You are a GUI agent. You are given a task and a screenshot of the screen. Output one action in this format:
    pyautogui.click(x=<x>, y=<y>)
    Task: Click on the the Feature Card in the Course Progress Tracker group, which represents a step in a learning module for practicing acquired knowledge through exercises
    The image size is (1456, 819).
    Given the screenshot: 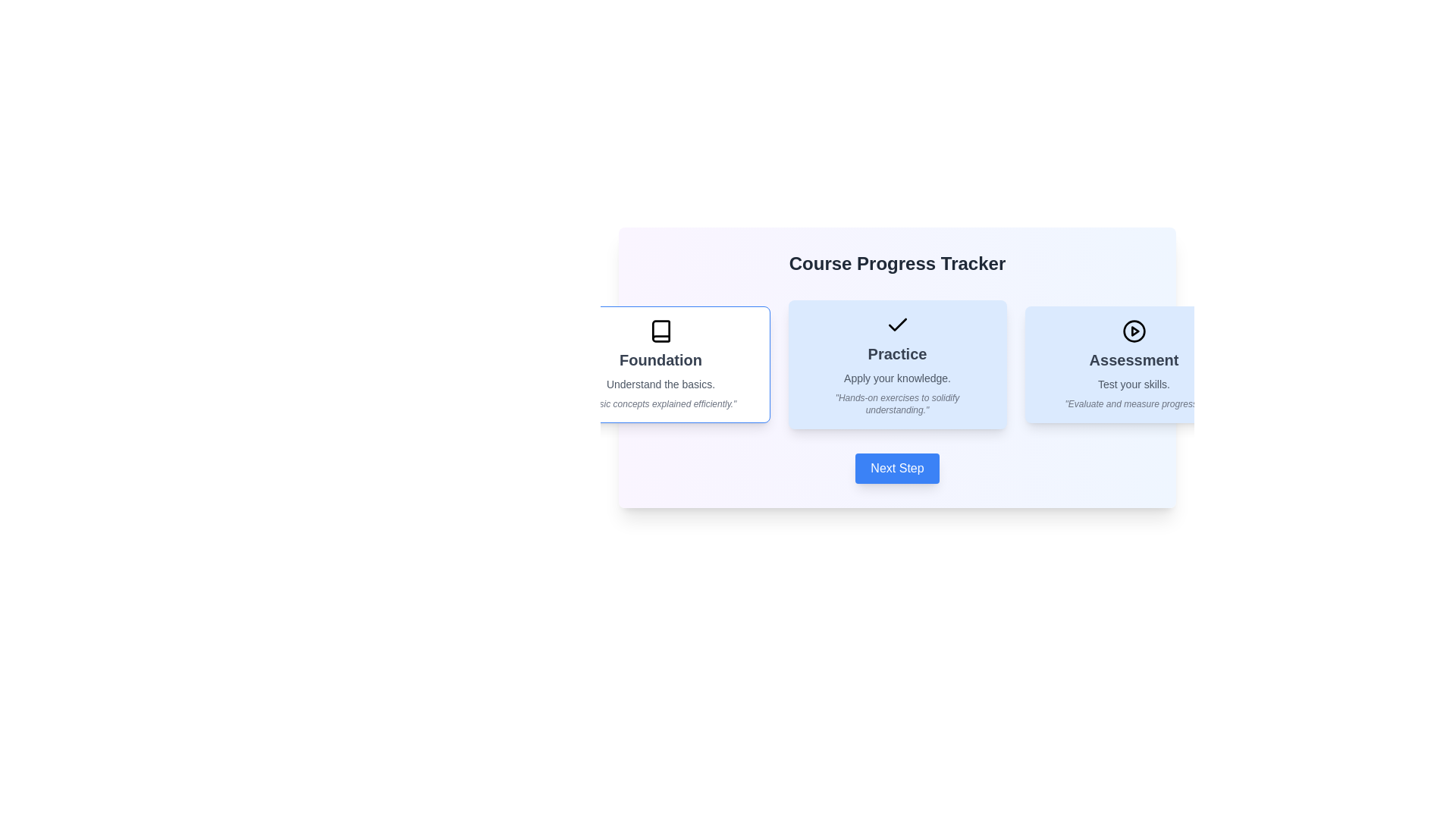 What is the action you would take?
    pyautogui.click(x=897, y=365)
    